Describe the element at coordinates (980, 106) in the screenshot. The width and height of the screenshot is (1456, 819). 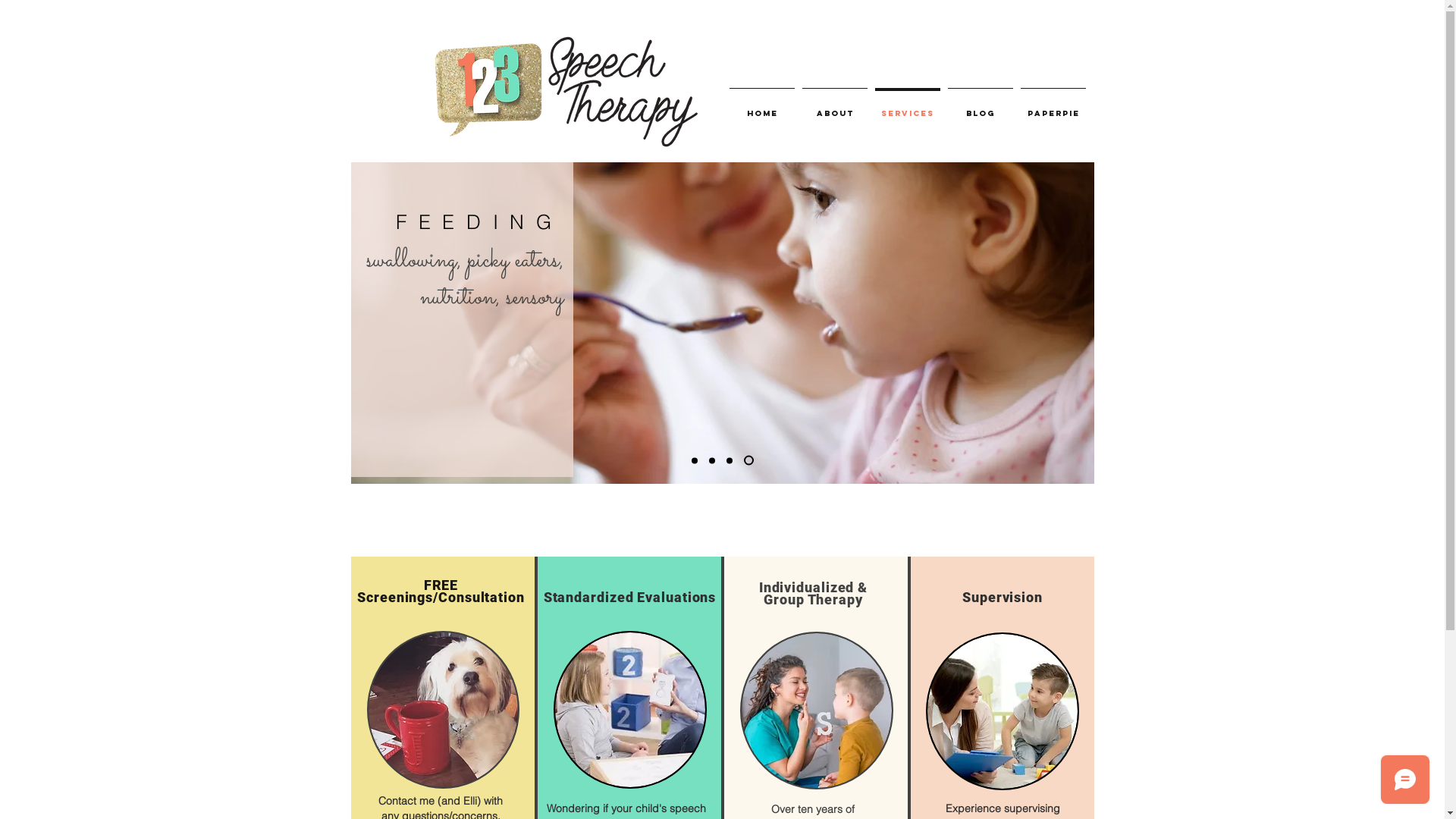
I see `'BLOG'` at that location.